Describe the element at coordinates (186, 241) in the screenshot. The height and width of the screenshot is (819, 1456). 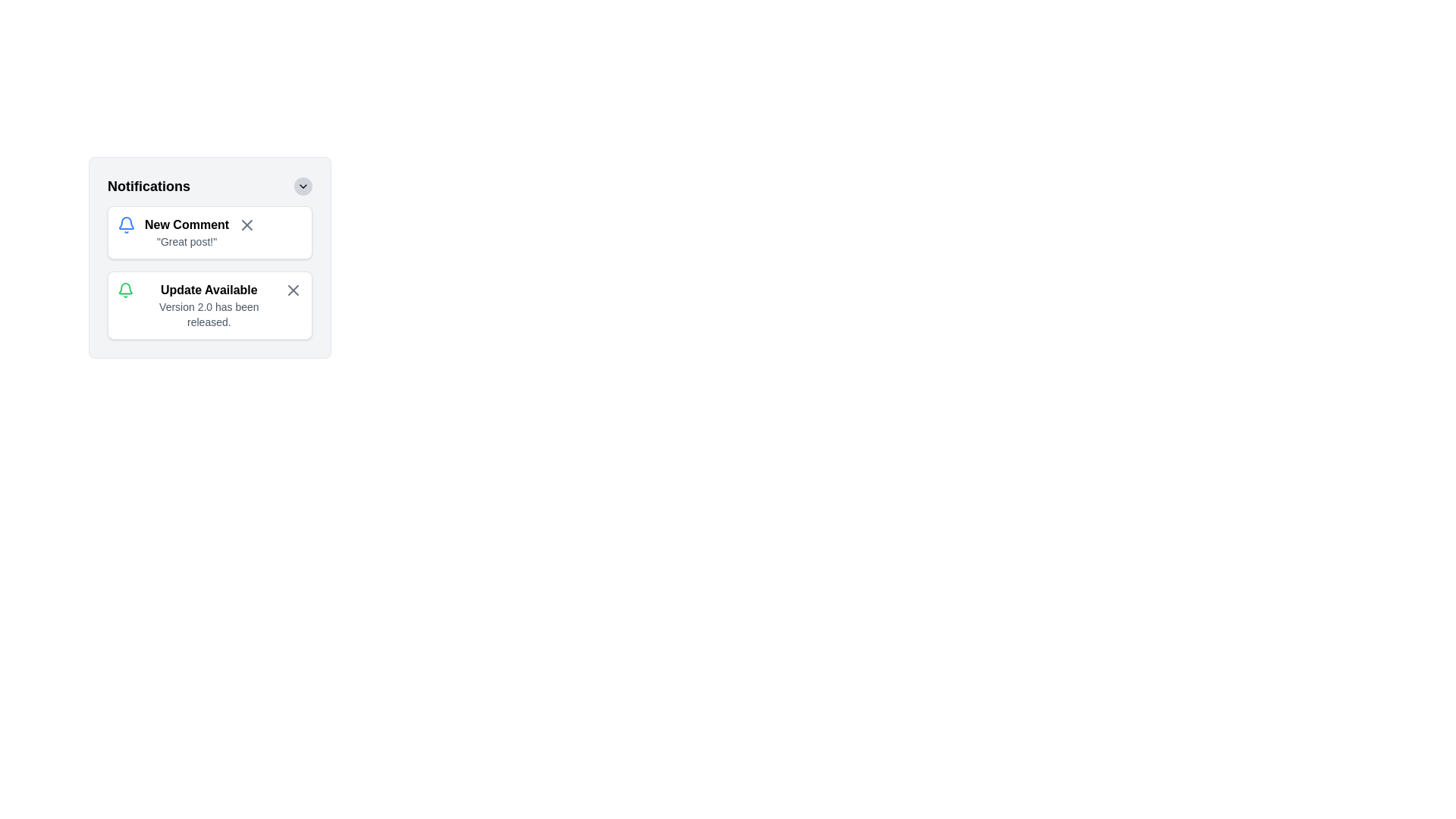
I see `text from the preview or summary of the comment located in the notification card under the title 'New Comment'` at that location.